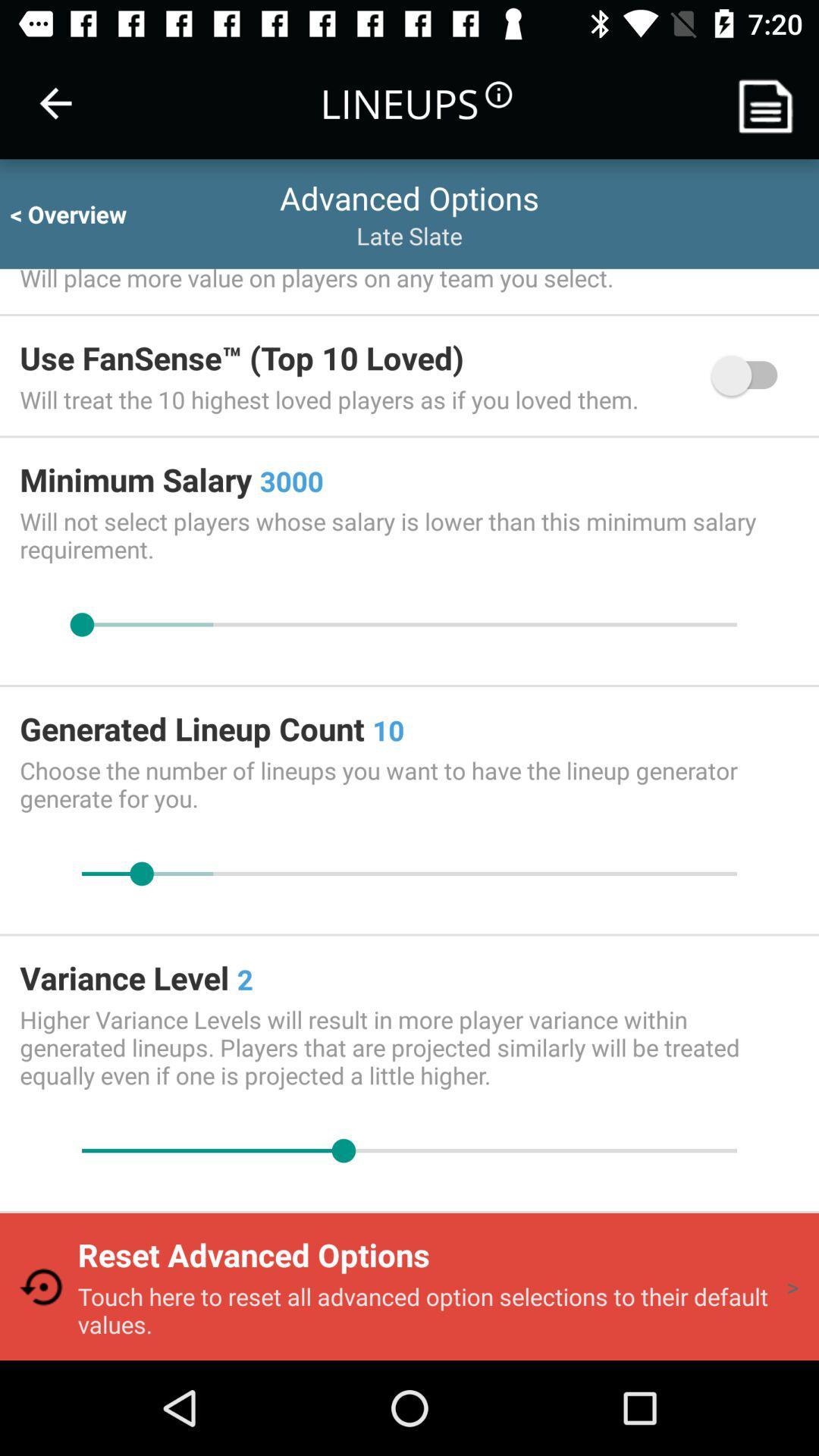  Describe the element at coordinates (752, 375) in the screenshot. I see `the icon to the right of the will treat the item` at that location.